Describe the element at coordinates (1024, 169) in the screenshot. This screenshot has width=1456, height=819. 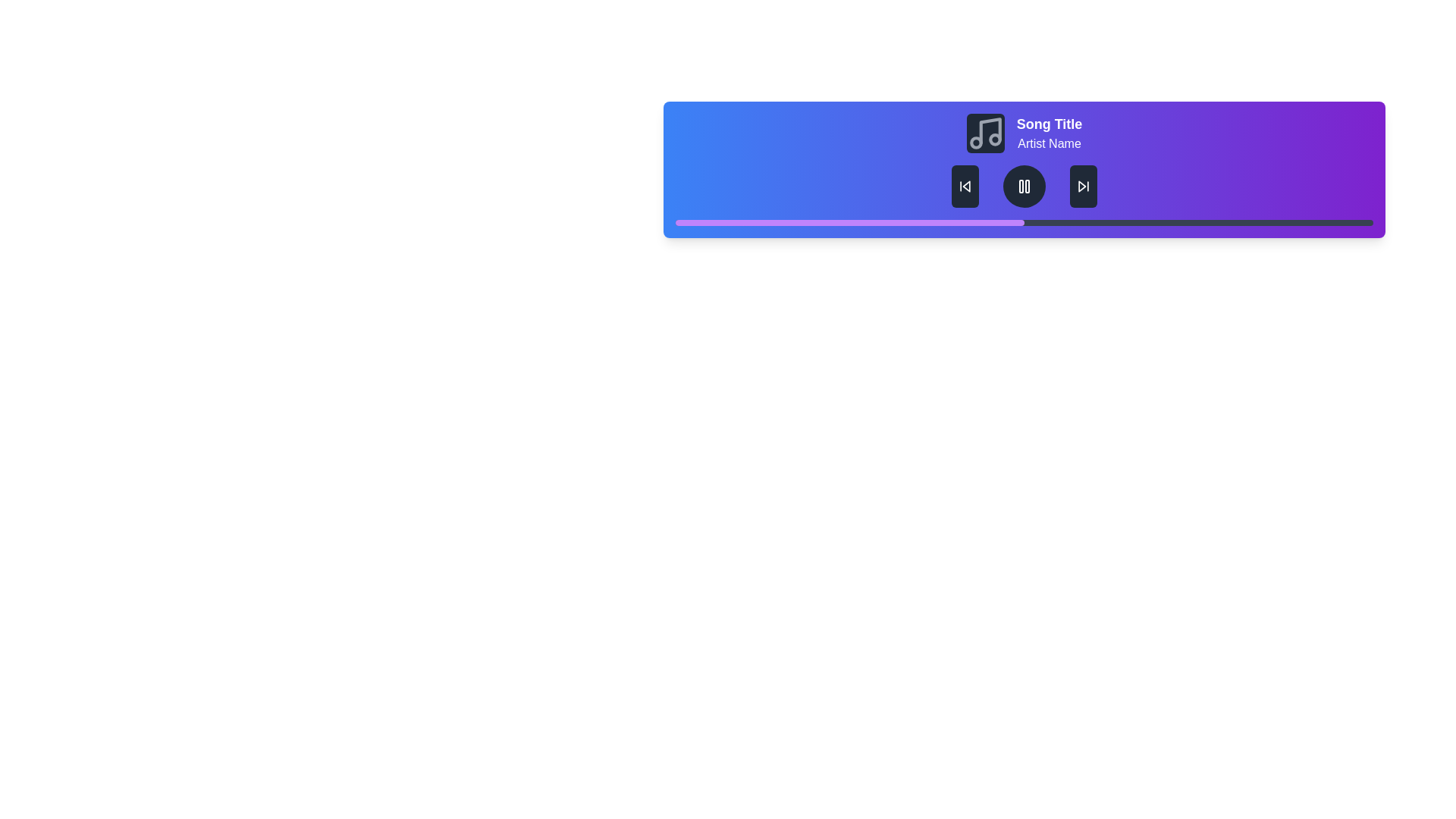
I see `the media playback section that displays the song title and artist name, along with playback controls and progress indication` at that location.